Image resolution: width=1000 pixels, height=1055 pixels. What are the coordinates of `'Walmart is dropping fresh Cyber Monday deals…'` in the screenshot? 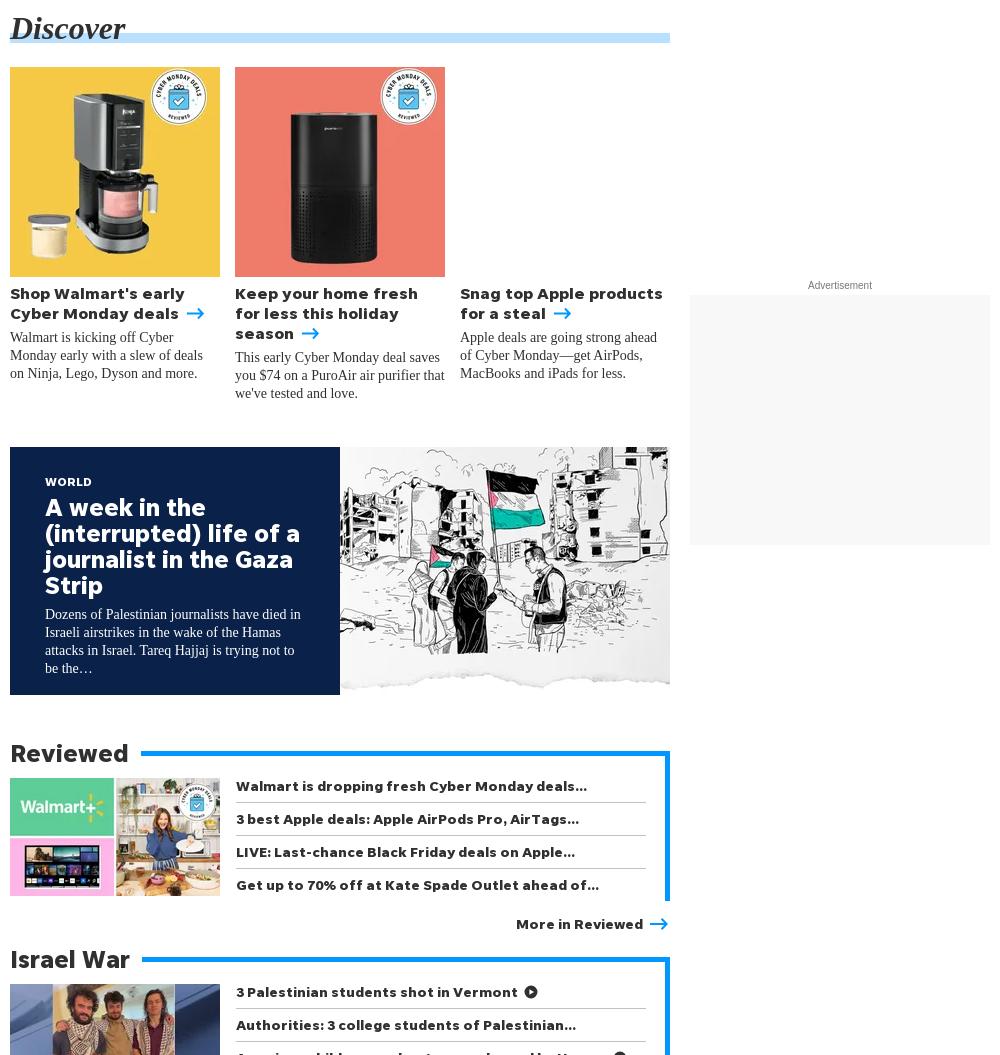 It's located at (411, 784).